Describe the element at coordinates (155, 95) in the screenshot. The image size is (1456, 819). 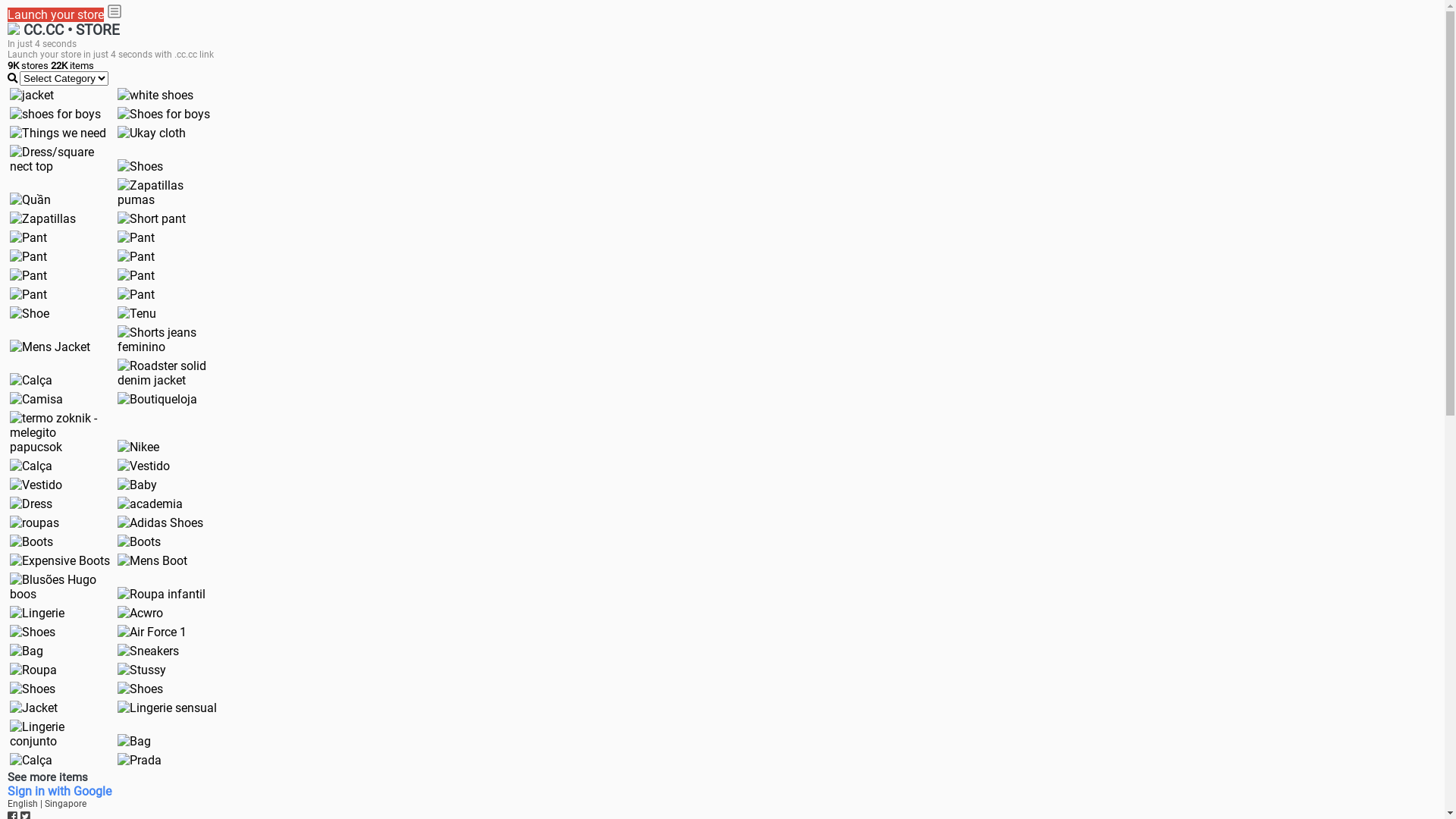
I see `'white shoes'` at that location.